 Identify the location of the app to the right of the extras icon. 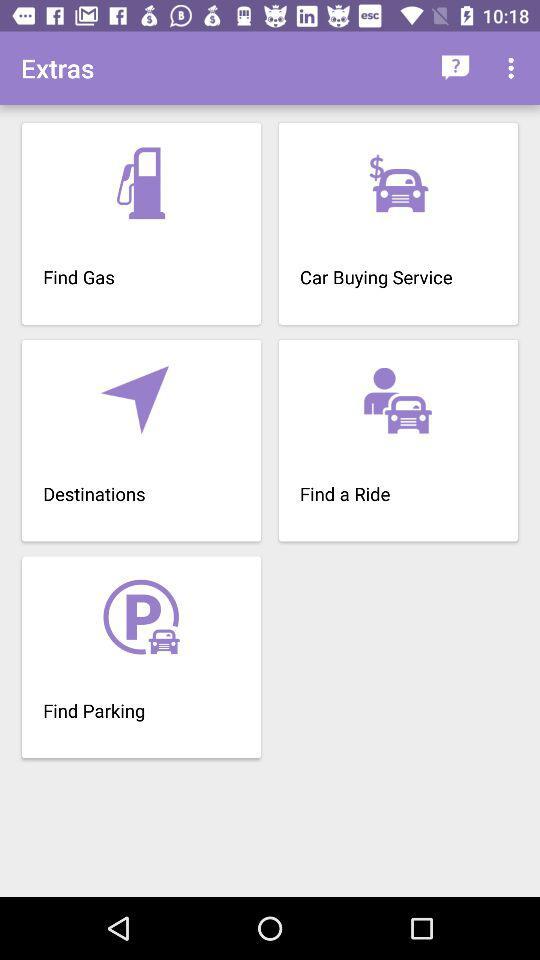
(455, 68).